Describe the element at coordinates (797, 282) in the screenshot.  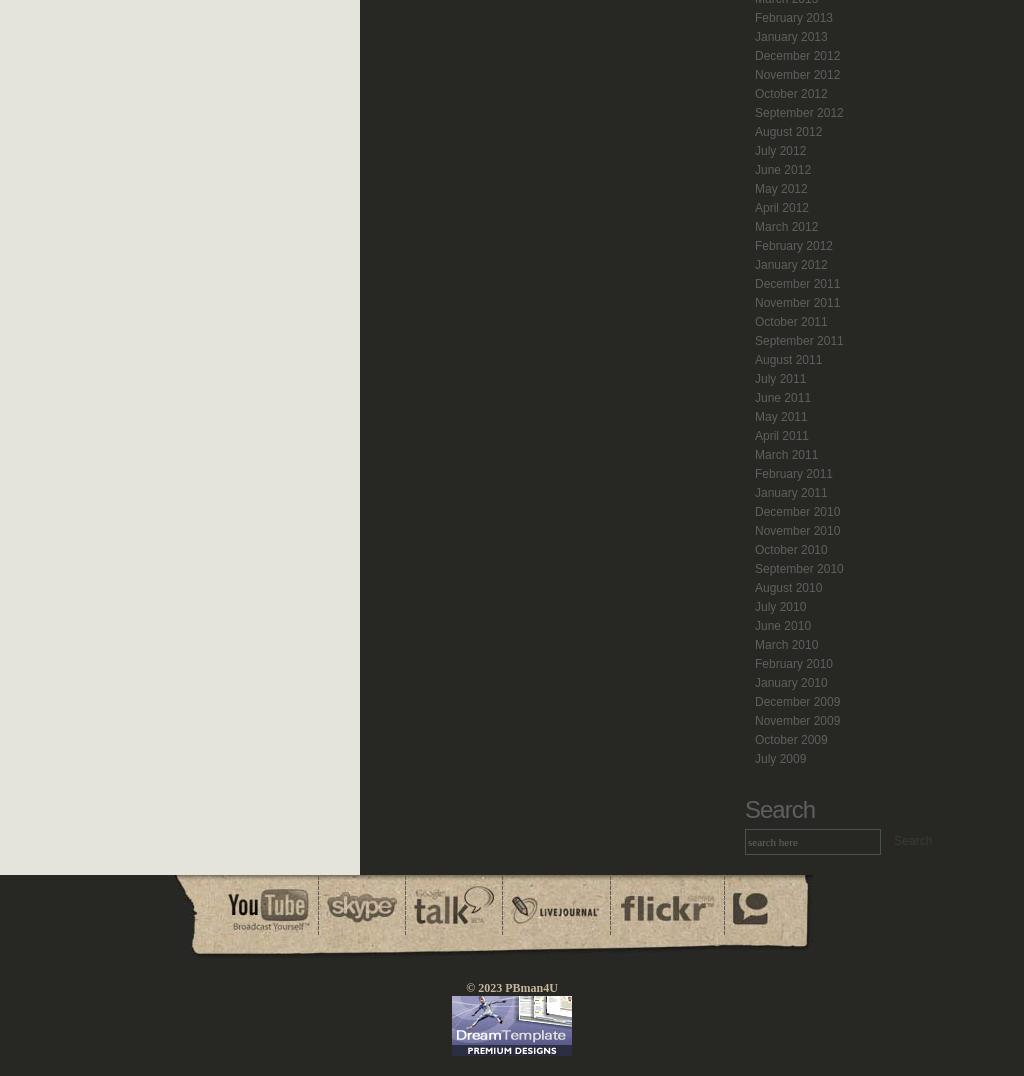
I see `'December 2011'` at that location.